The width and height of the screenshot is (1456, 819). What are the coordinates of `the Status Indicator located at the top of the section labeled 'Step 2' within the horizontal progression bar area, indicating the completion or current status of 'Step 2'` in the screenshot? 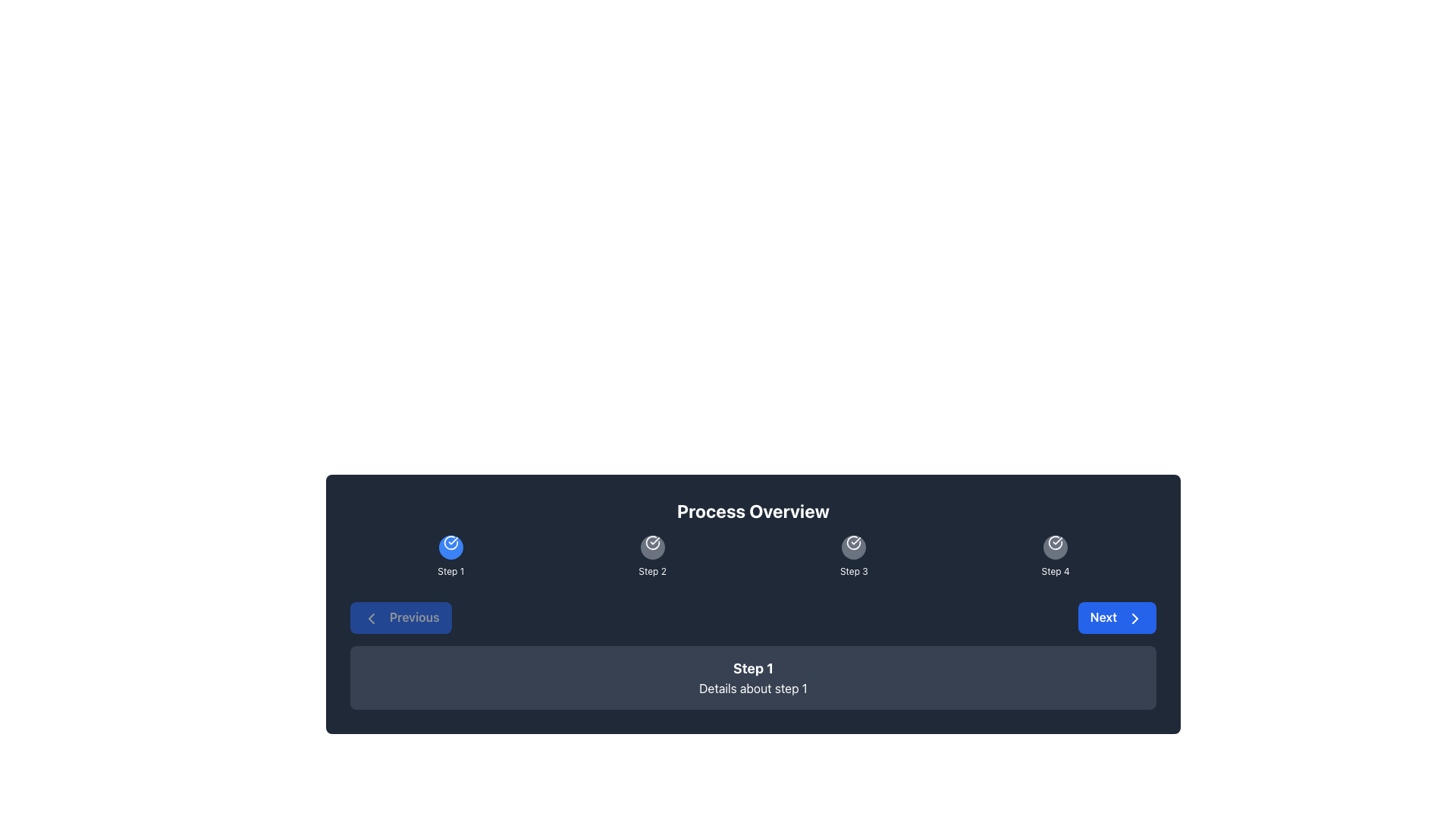 It's located at (652, 547).